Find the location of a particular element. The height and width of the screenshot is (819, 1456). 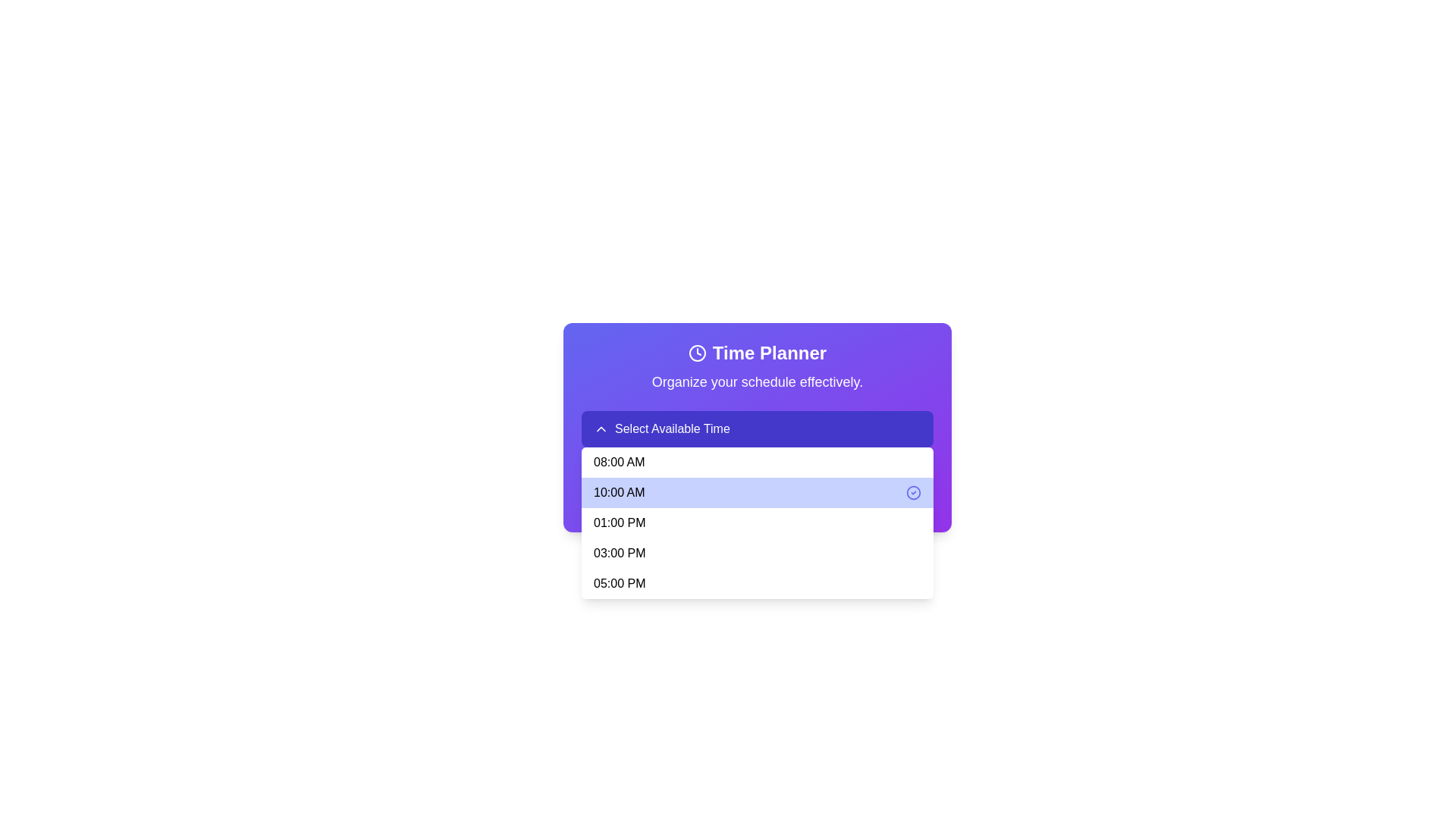

the fourth item is located at coordinates (757, 553).